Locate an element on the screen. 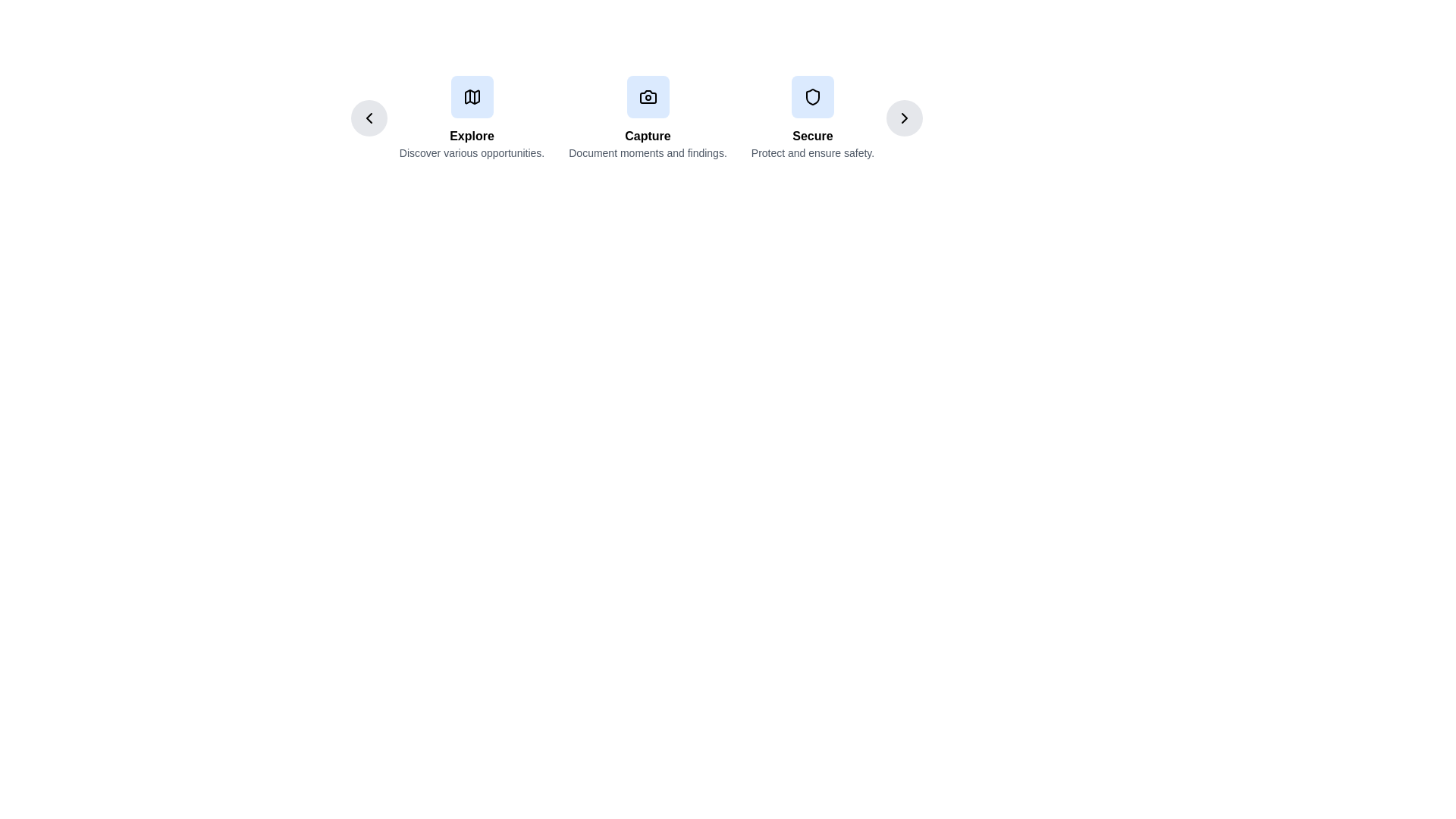  the descriptive text label located at the bottom section of the 'Secure' card, directly underneath its title is located at coordinates (811, 152).